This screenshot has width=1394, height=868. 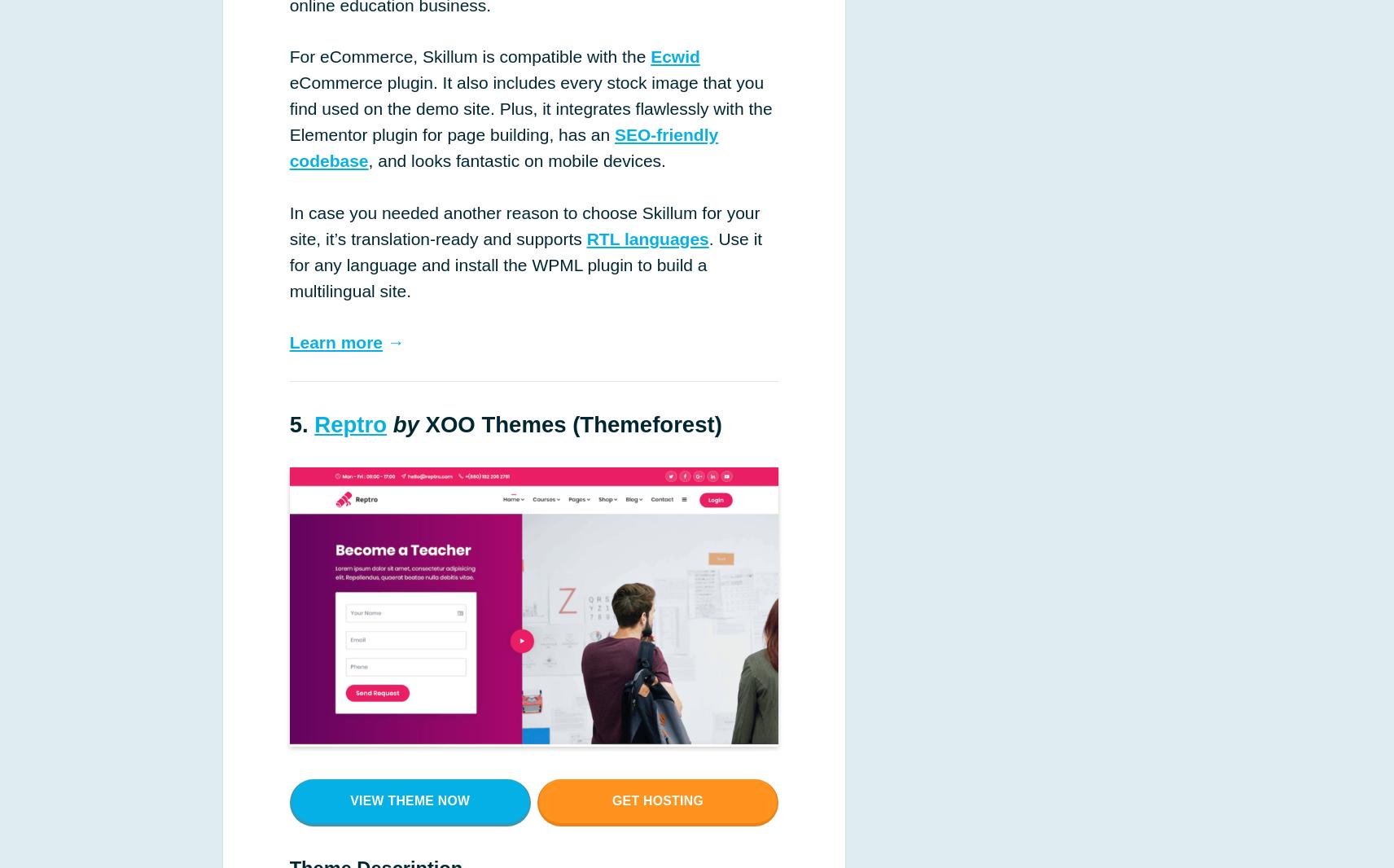 What do you see at coordinates (405, 423) in the screenshot?
I see `'by'` at bounding box center [405, 423].